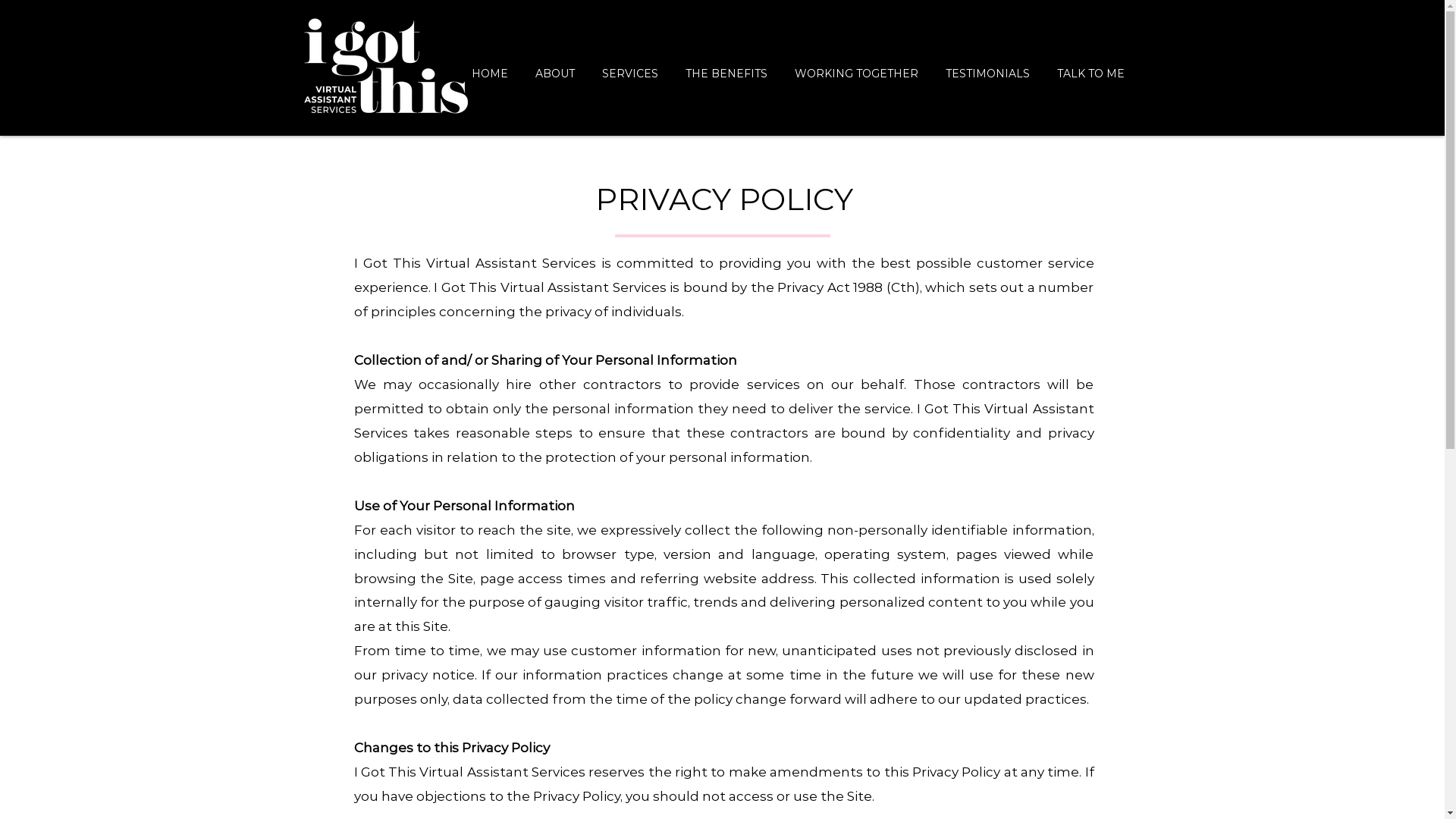  What do you see at coordinates (726, 66) in the screenshot?
I see `'THE BENEFITS'` at bounding box center [726, 66].